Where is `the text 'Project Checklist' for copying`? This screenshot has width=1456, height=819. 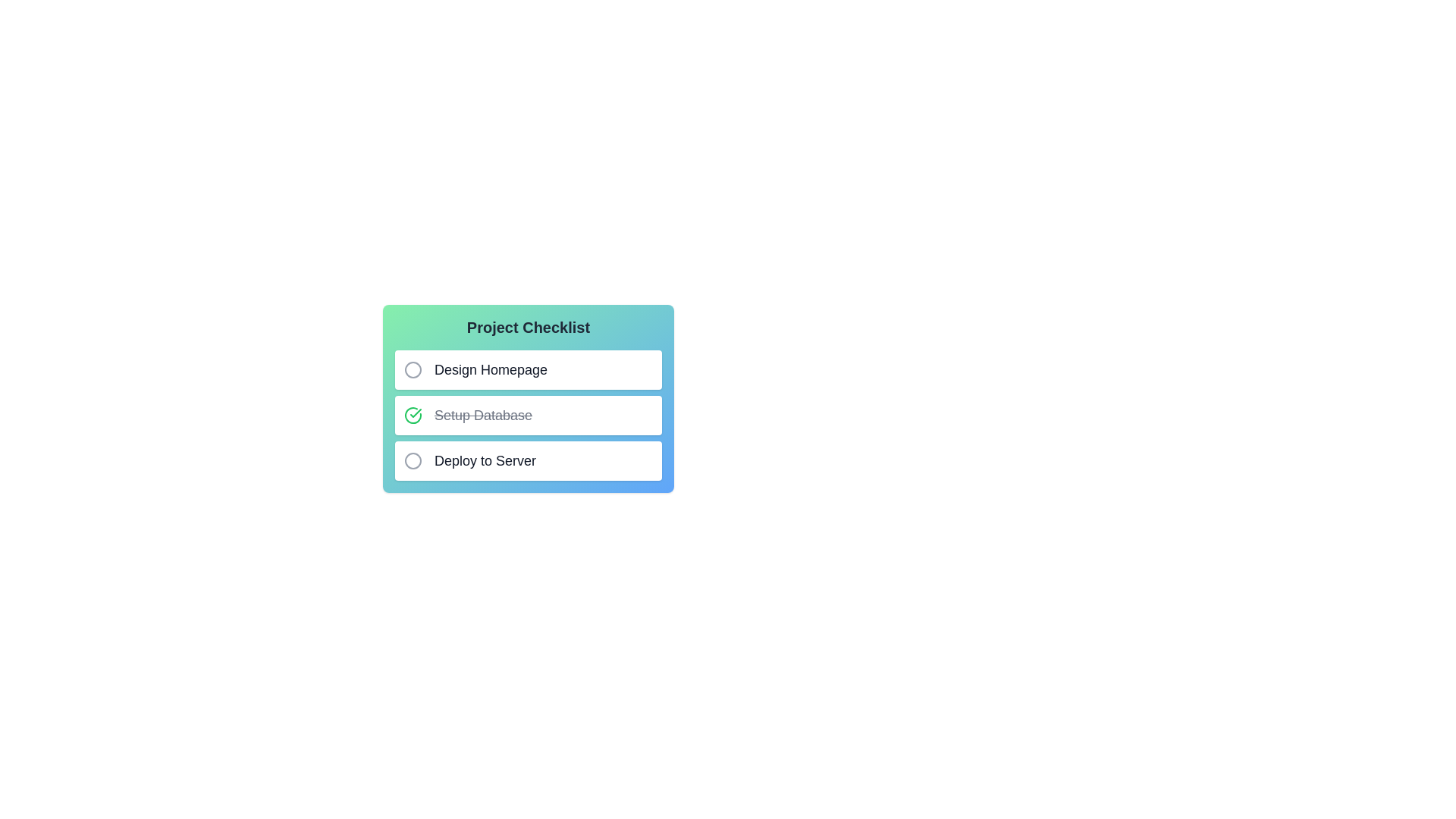
the text 'Project Checklist' for copying is located at coordinates (395, 315).